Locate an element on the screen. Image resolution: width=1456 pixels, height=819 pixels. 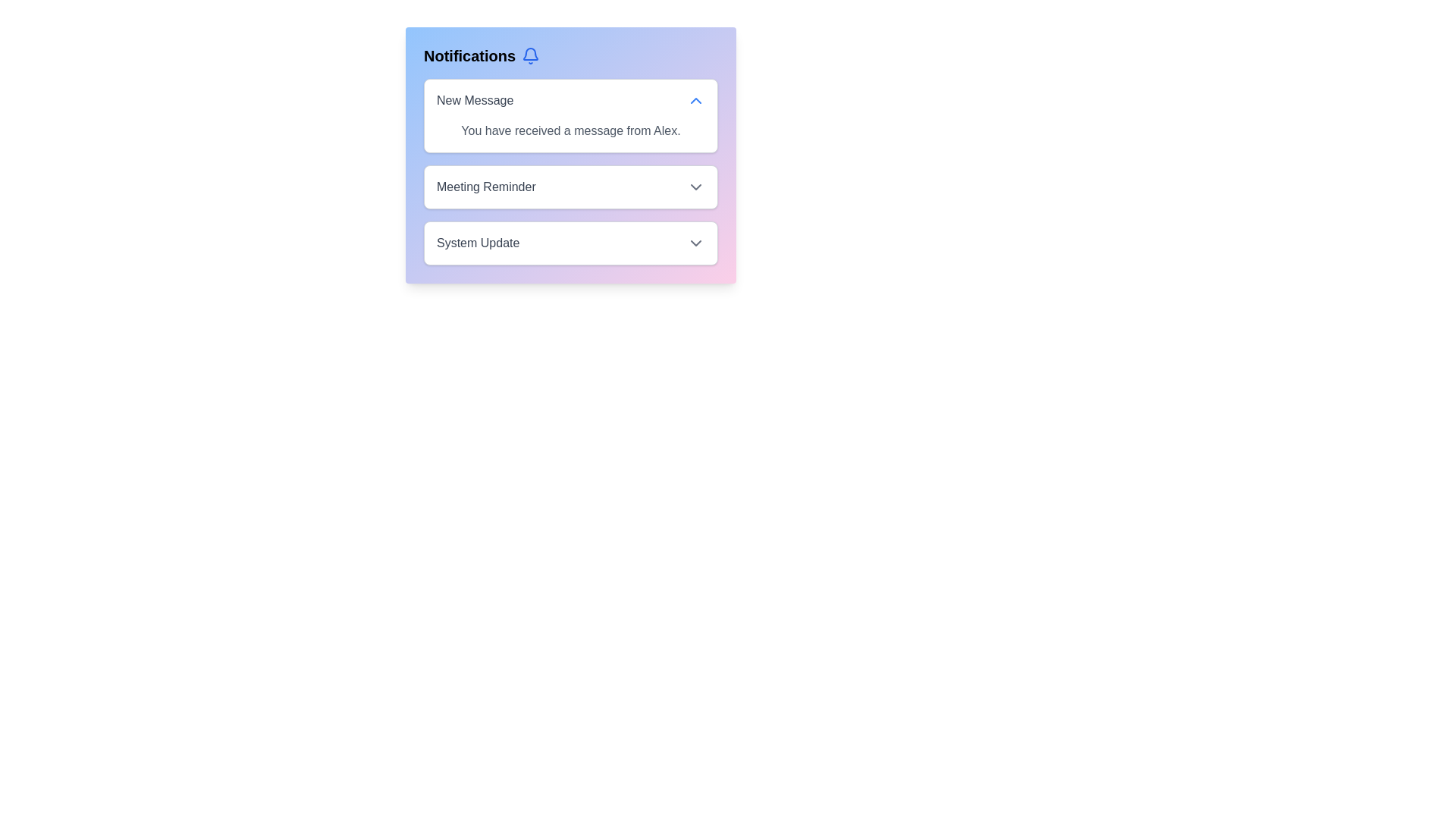
'Meeting Reminder' text label located within the notification card, positioned below 'New Message' and above 'System Update' is located at coordinates (486, 186).